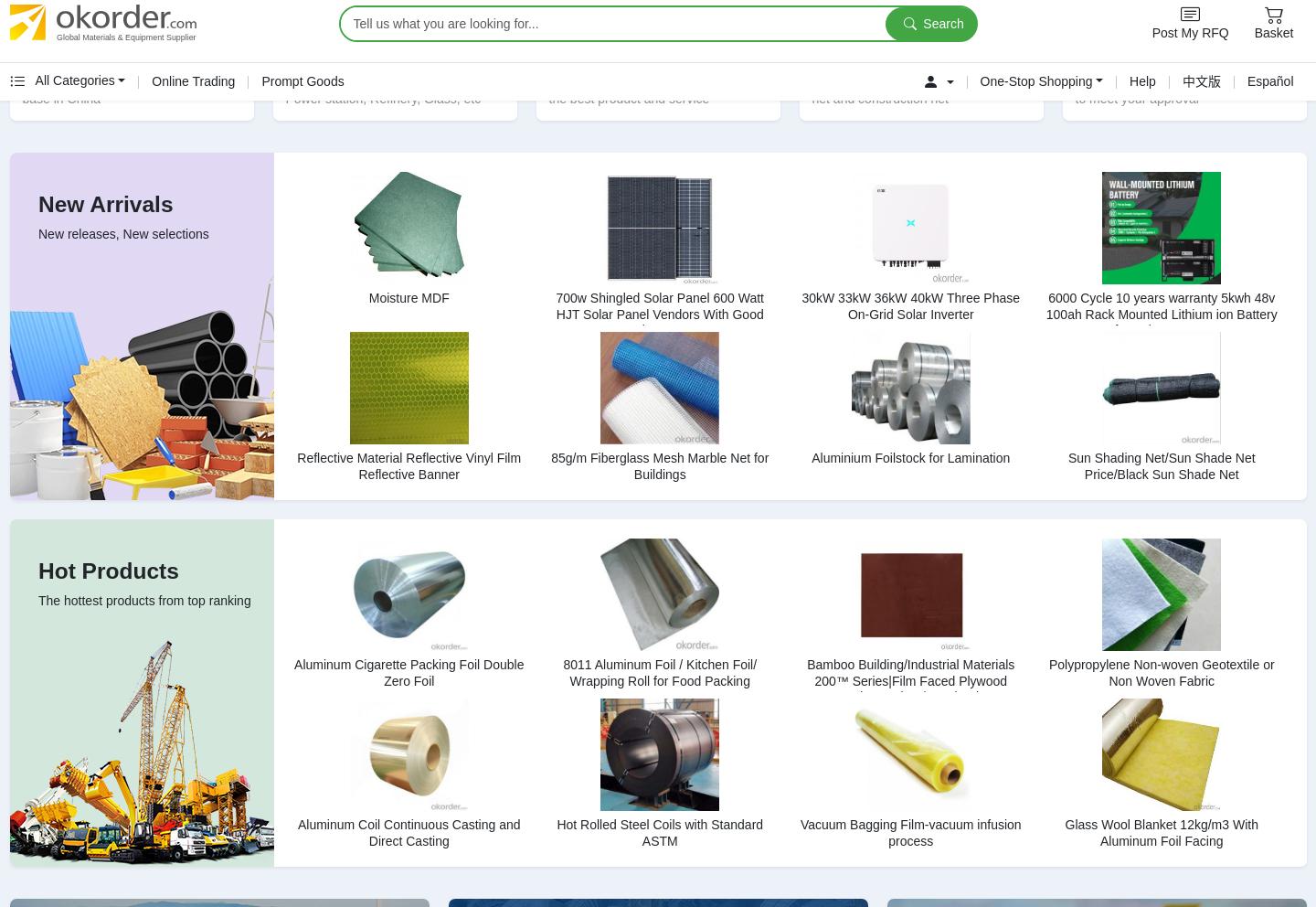  What do you see at coordinates (965, 497) in the screenshot?
I see `'Textile   silk talking Tents'` at bounding box center [965, 497].